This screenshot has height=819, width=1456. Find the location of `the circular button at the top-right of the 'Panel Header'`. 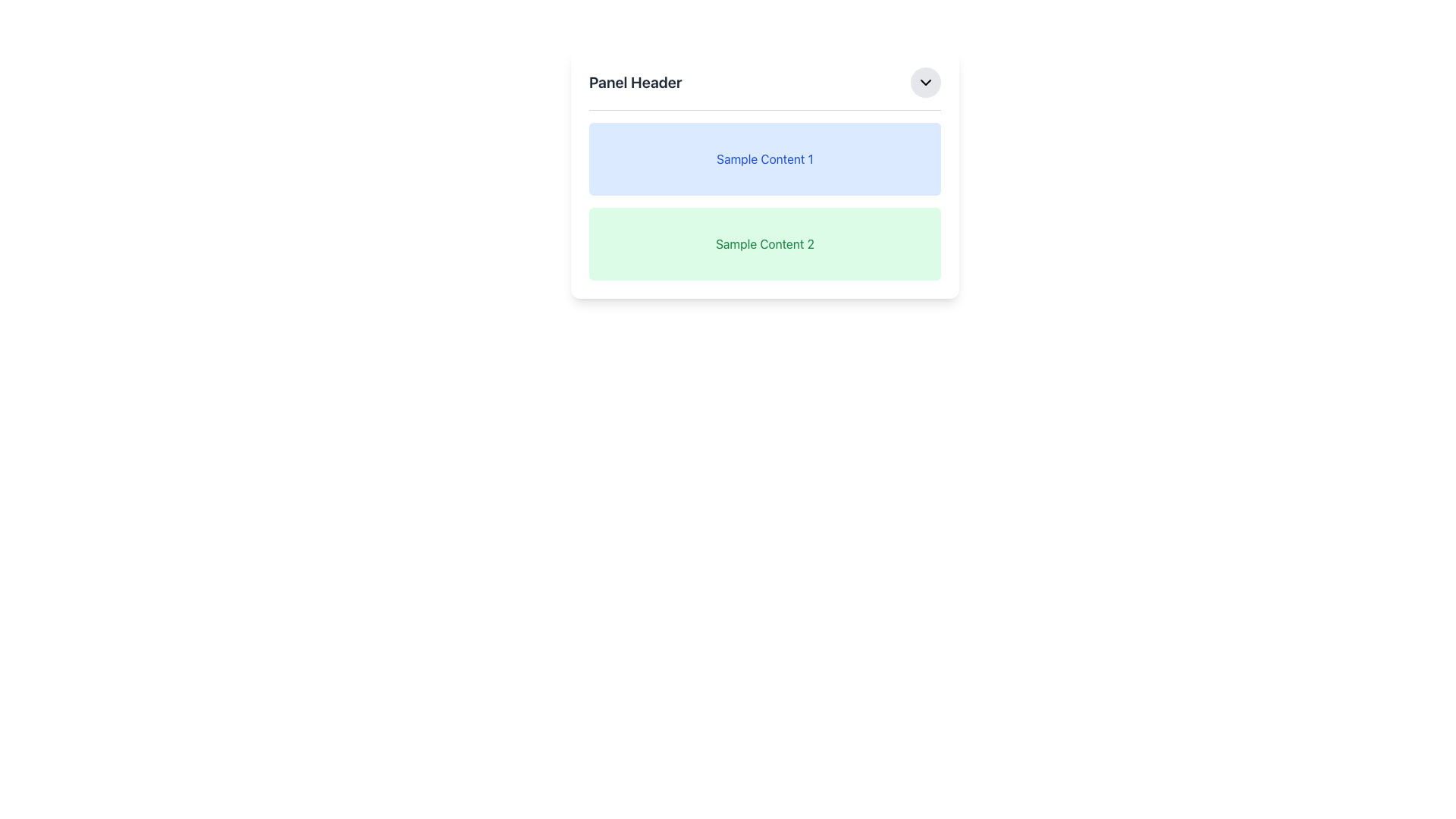

the circular button at the top-right of the 'Panel Header' is located at coordinates (924, 82).